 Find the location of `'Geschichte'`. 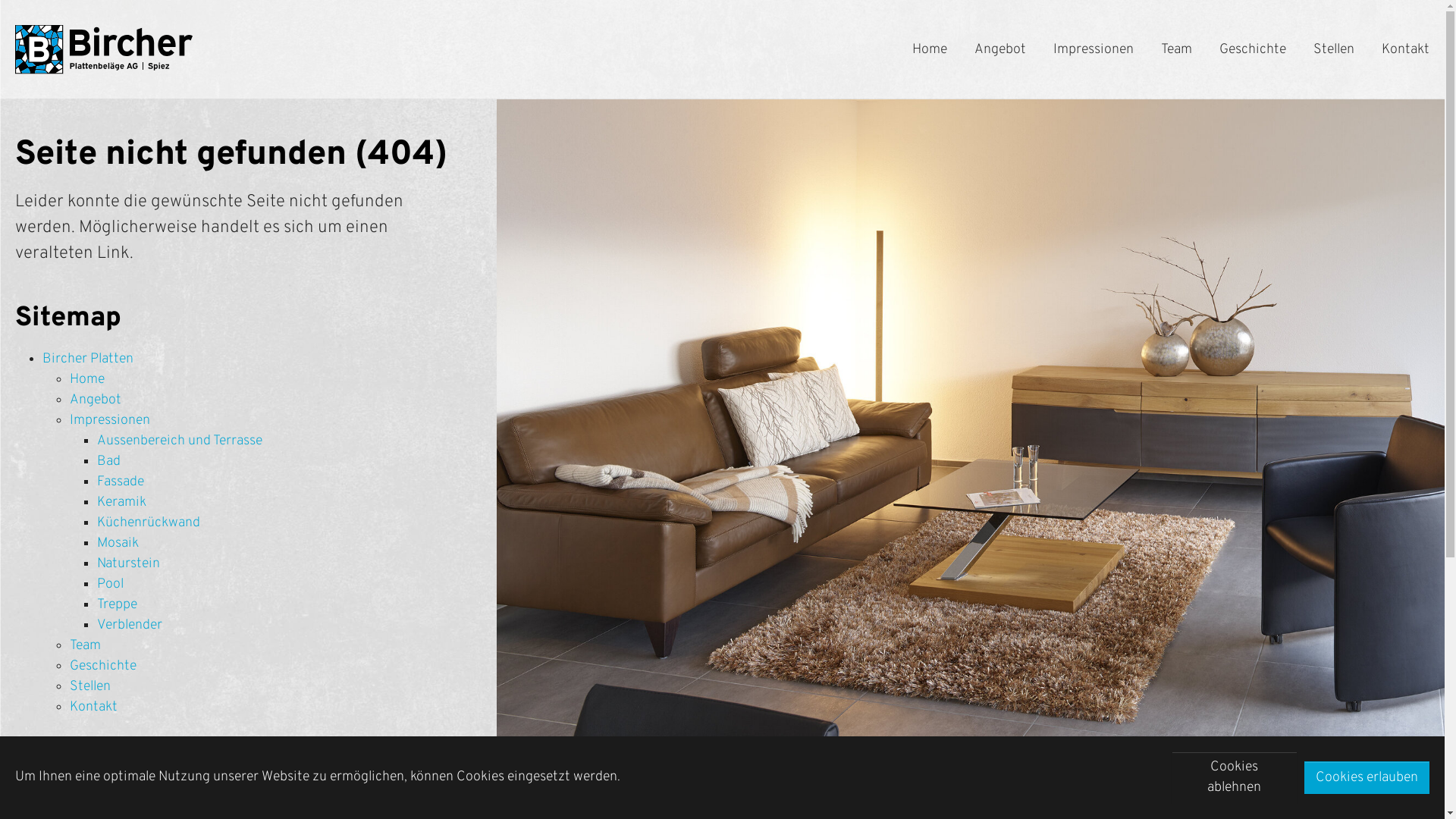

'Geschichte' is located at coordinates (102, 665).